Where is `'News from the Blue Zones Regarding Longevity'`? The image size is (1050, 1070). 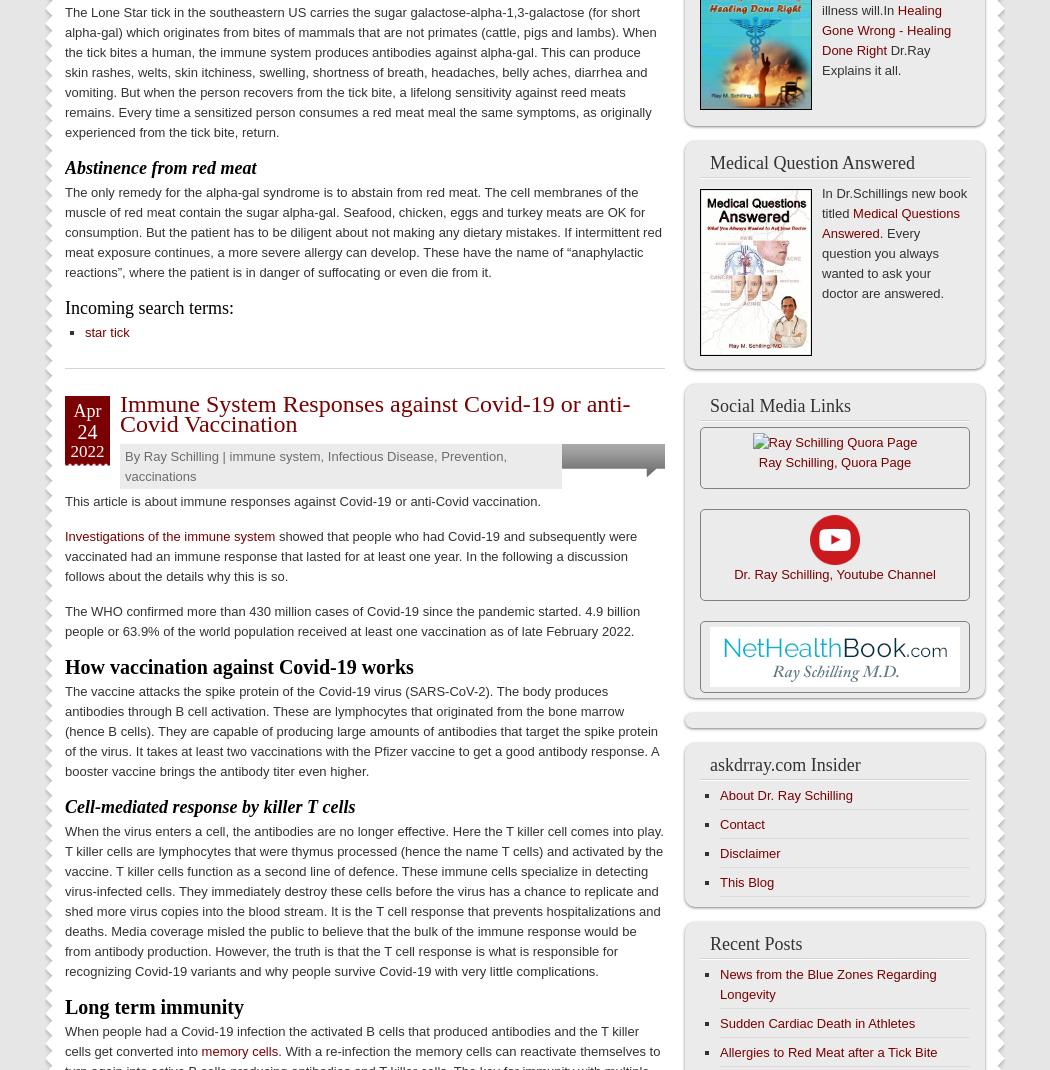
'News from the Blue Zones Regarding Longevity' is located at coordinates (828, 984).